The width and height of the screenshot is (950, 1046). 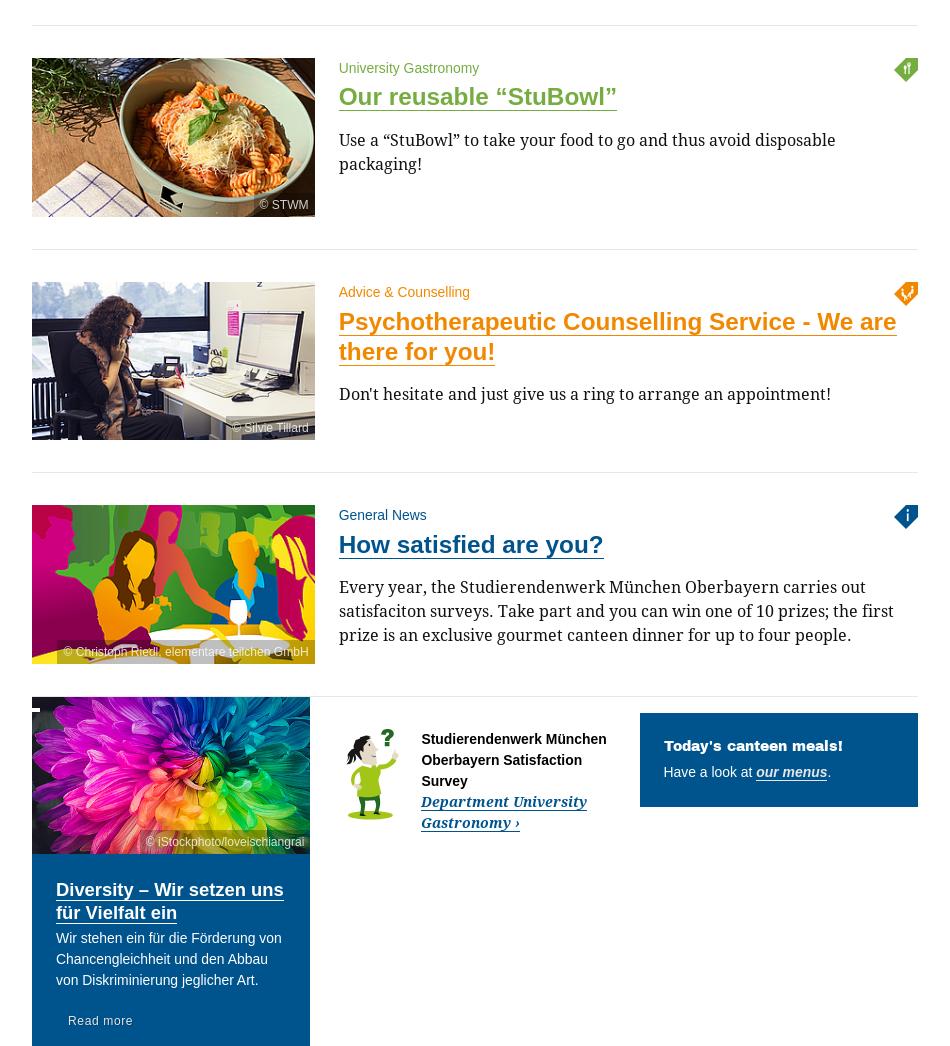 What do you see at coordinates (615, 611) in the screenshot?
I see `'Every year, the Studierendenwerk München Oberbayern carries out satisfaciton surveys. Take part and you can win one of 10 prizes; the first prize is an exclusive gourmet canteen dinner for up to four people.'` at bounding box center [615, 611].